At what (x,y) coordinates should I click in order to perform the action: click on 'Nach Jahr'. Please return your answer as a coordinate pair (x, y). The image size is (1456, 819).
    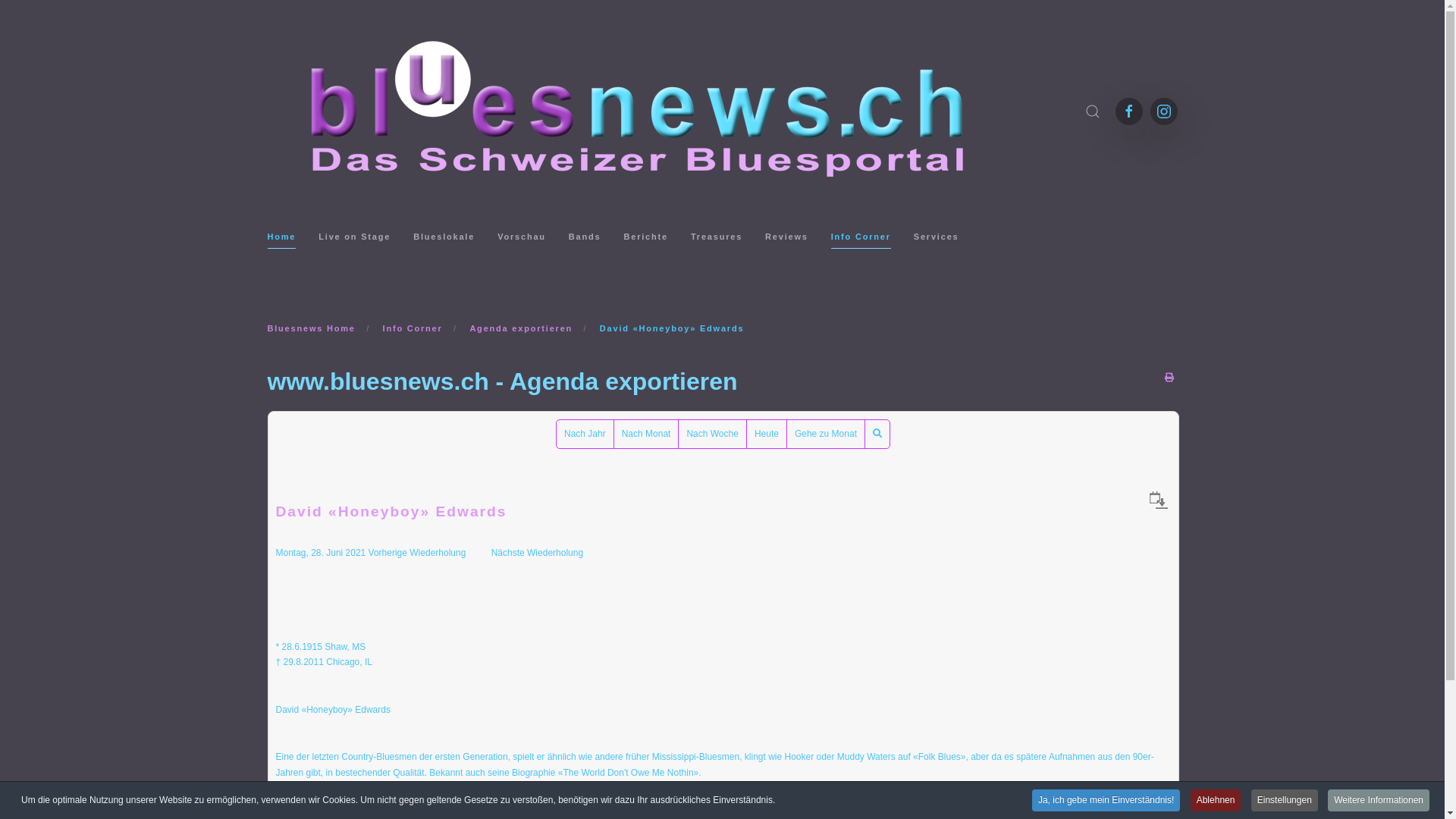
    Looking at the image, I should click on (584, 434).